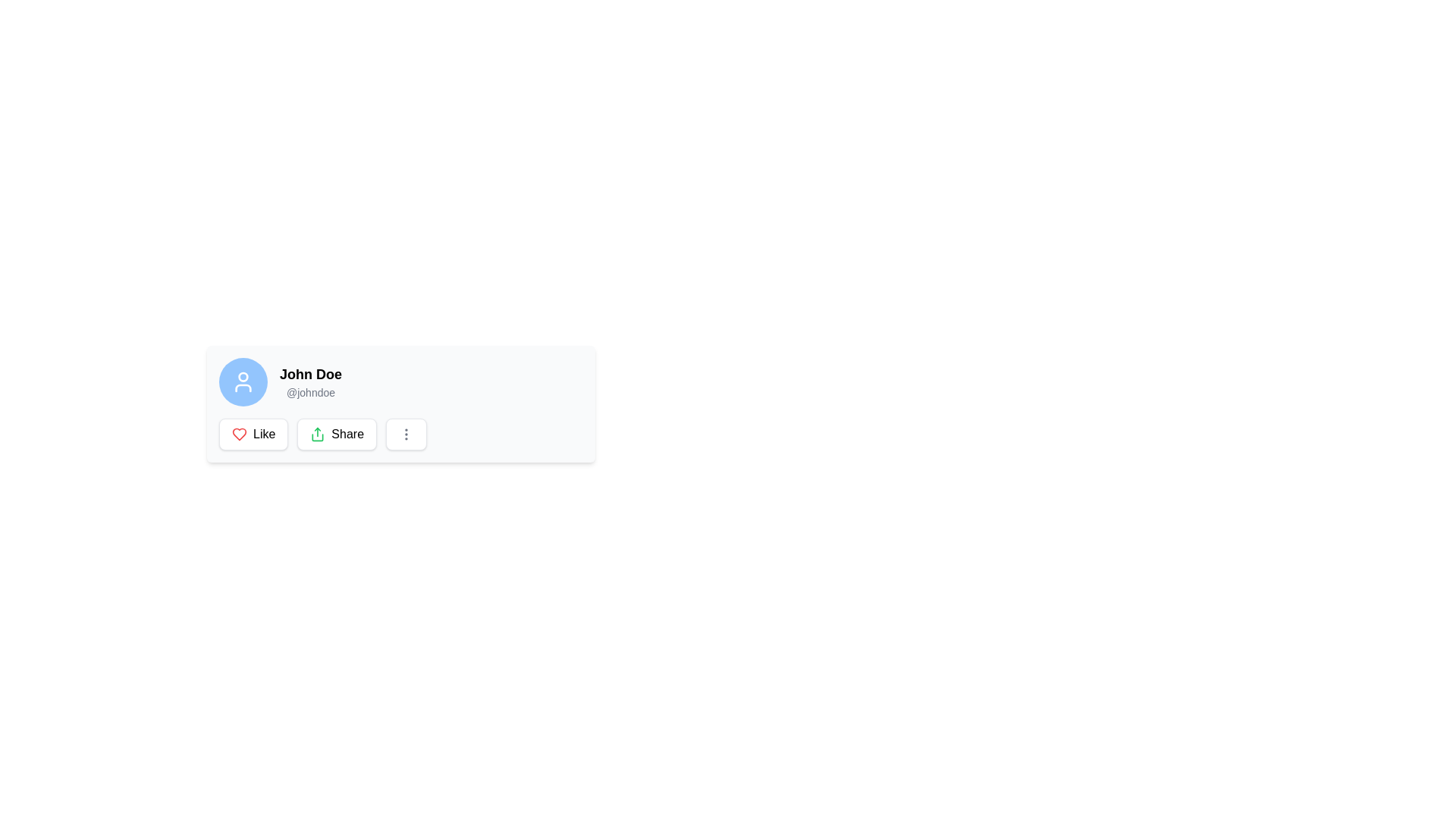 The height and width of the screenshot is (819, 1456). What do you see at coordinates (309, 381) in the screenshot?
I see `displayed information of the composite text display element showing the user's name 'John Doe' and username '@johndoe' positioned to the right of the profile picture icon` at bounding box center [309, 381].